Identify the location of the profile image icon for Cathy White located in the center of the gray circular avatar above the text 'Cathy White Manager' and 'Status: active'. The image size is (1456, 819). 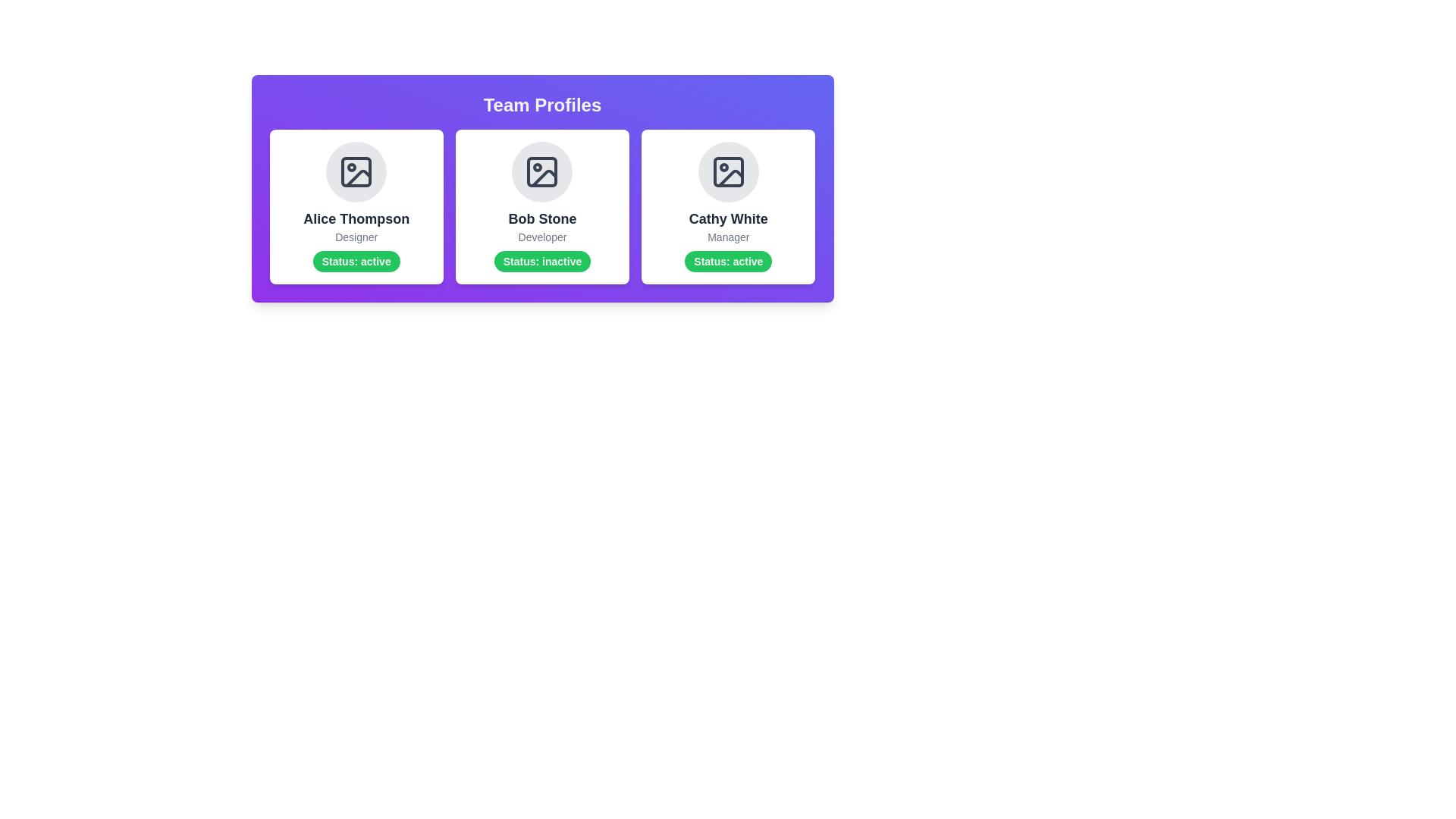
(728, 171).